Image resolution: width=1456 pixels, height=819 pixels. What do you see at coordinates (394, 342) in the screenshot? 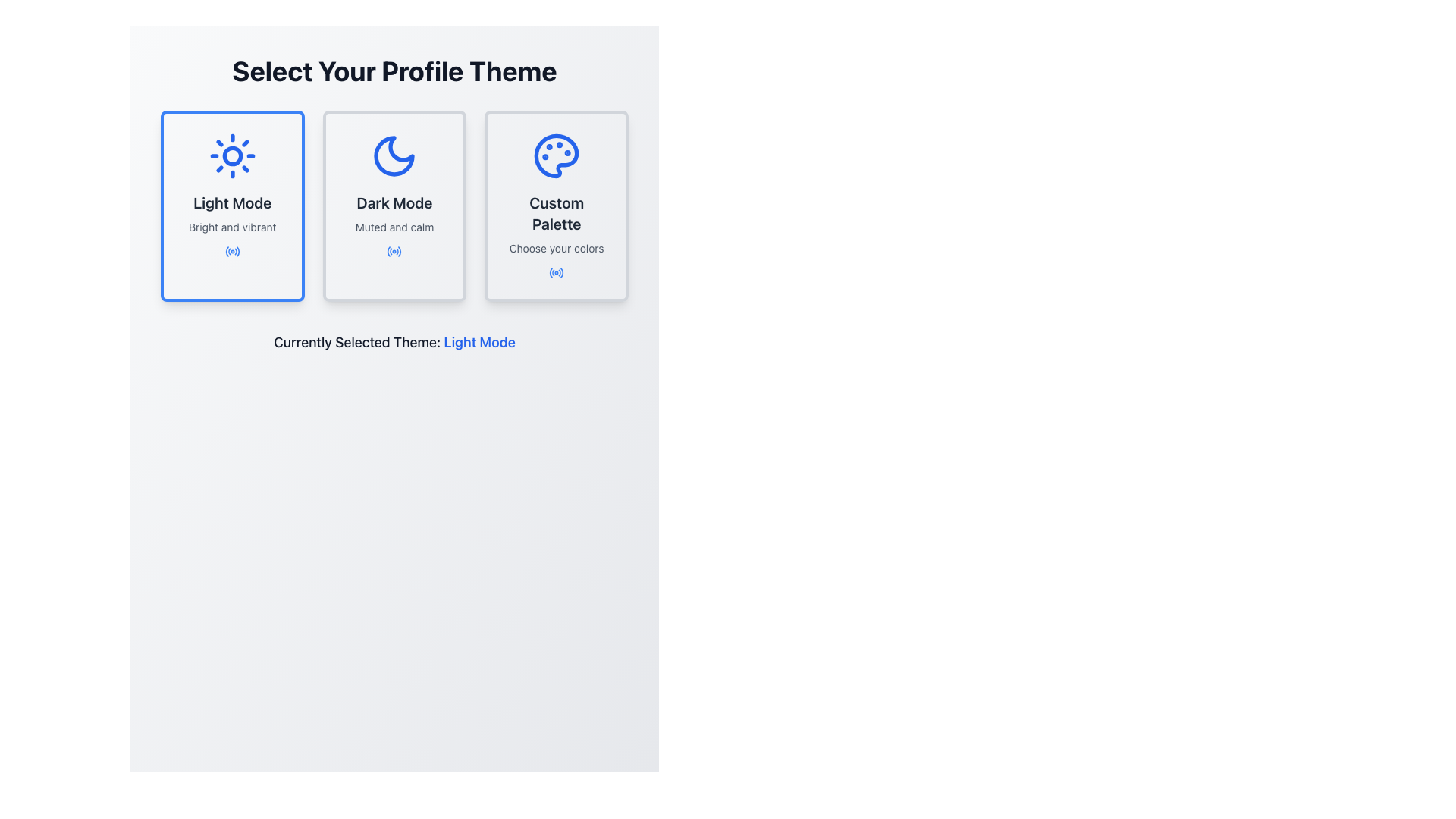
I see `the text label displaying 'Currently Selected Theme: Light Mode', which is centered below the theme selection cards` at bounding box center [394, 342].